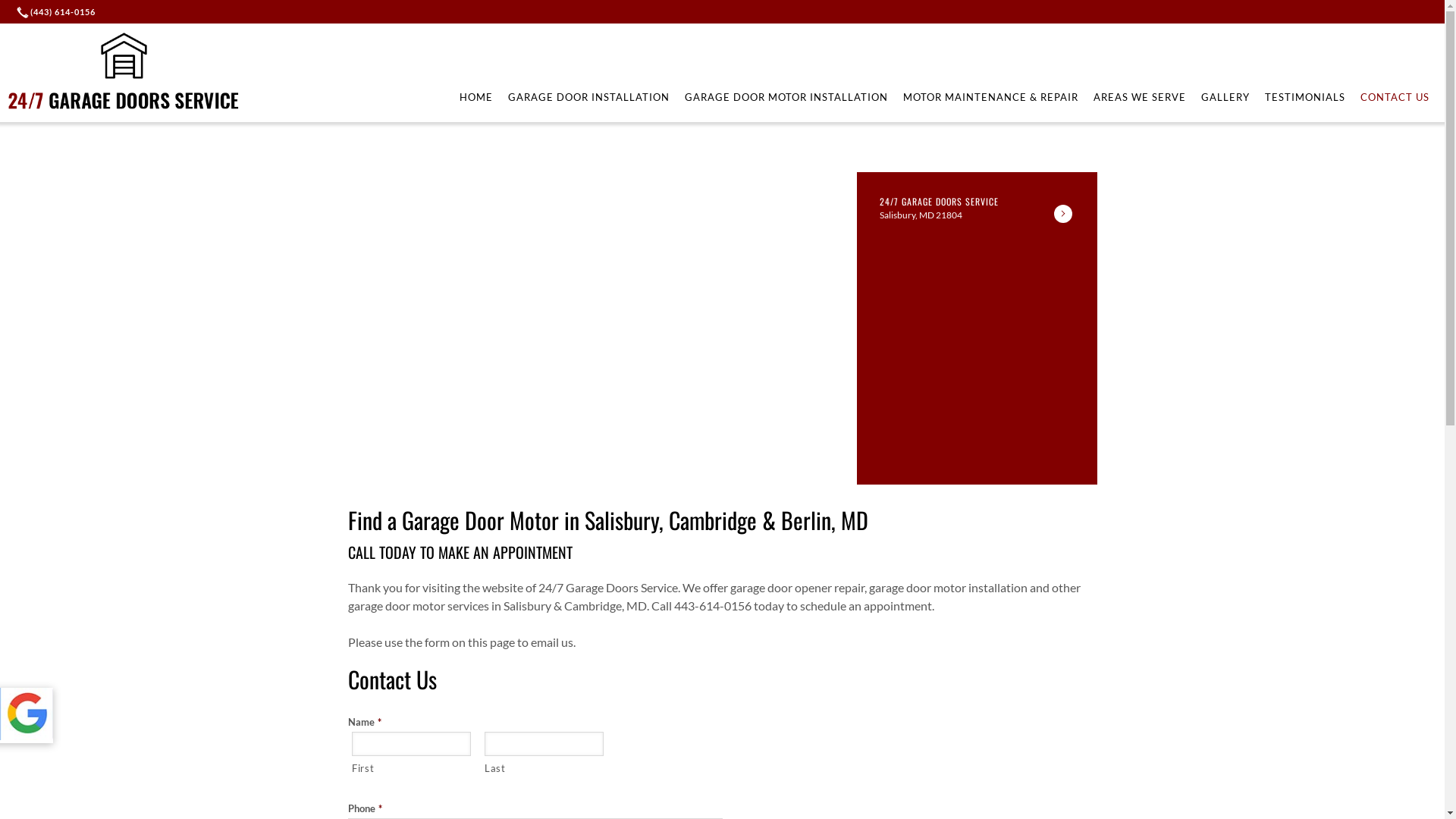 The image size is (1456, 819). I want to click on 'TESTIMONIALS', so click(1304, 96).